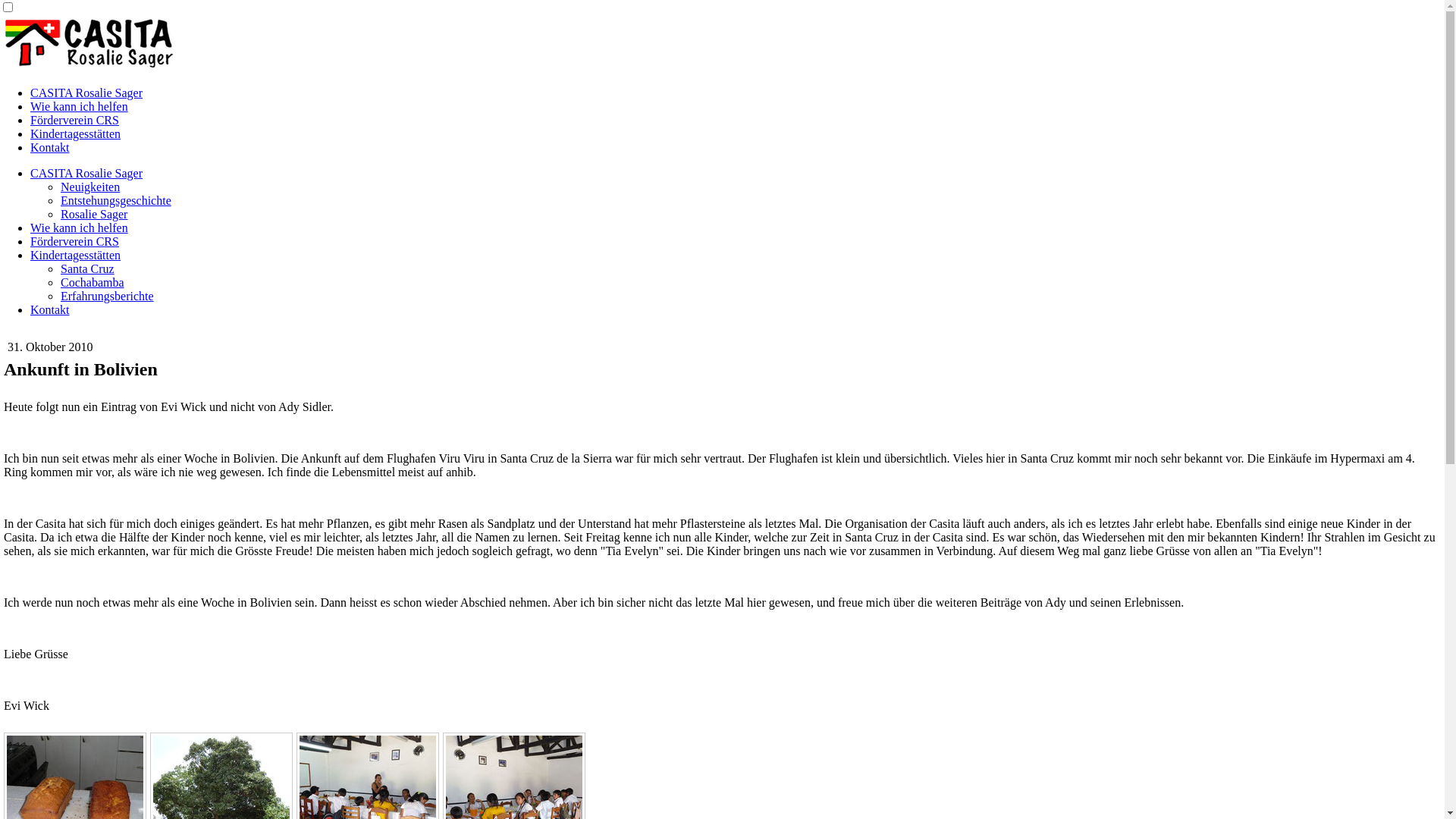 This screenshot has width=1456, height=819. What do you see at coordinates (89, 186) in the screenshot?
I see `'Neuigkeiten'` at bounding box center [89, 186].